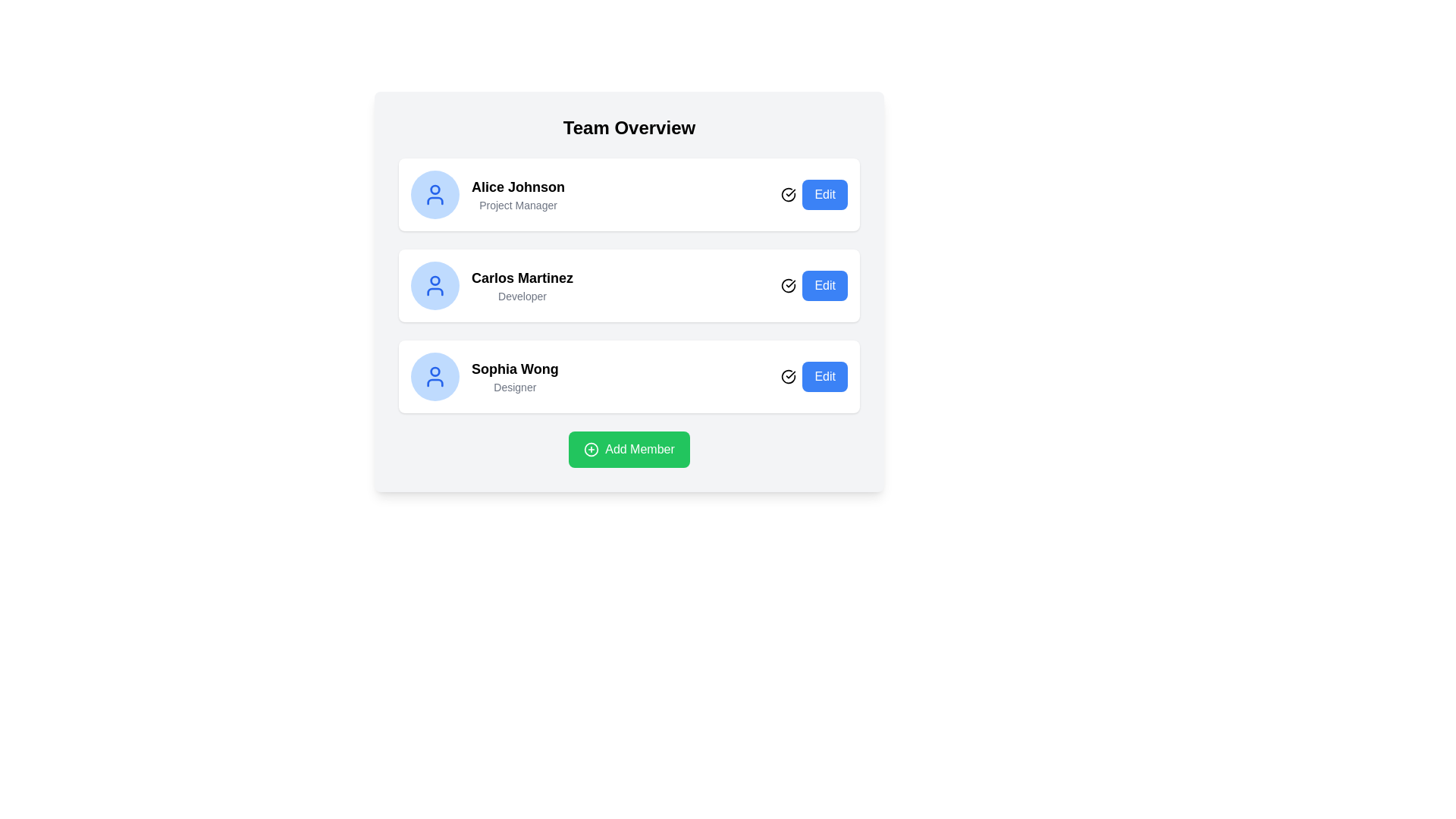  I want to click on the green button labeled 'Add Member' which has a decorative circular SVG element positioned centrally within it, so click(591, 449).